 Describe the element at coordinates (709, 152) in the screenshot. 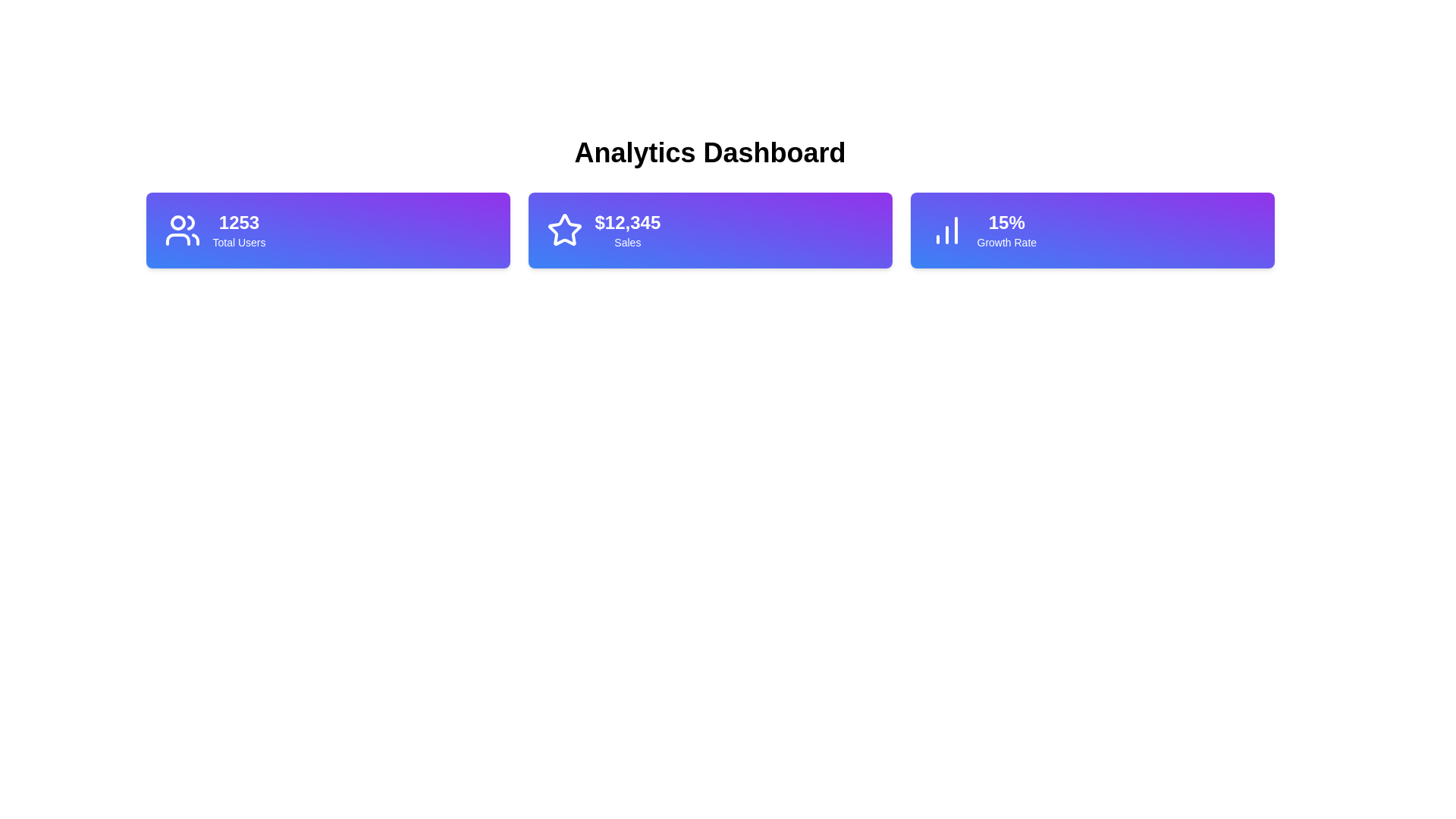

I see `the 'Analytics Dashboard' heading text label, which is a bold and large-sized text centered at the top of its section` at that location.